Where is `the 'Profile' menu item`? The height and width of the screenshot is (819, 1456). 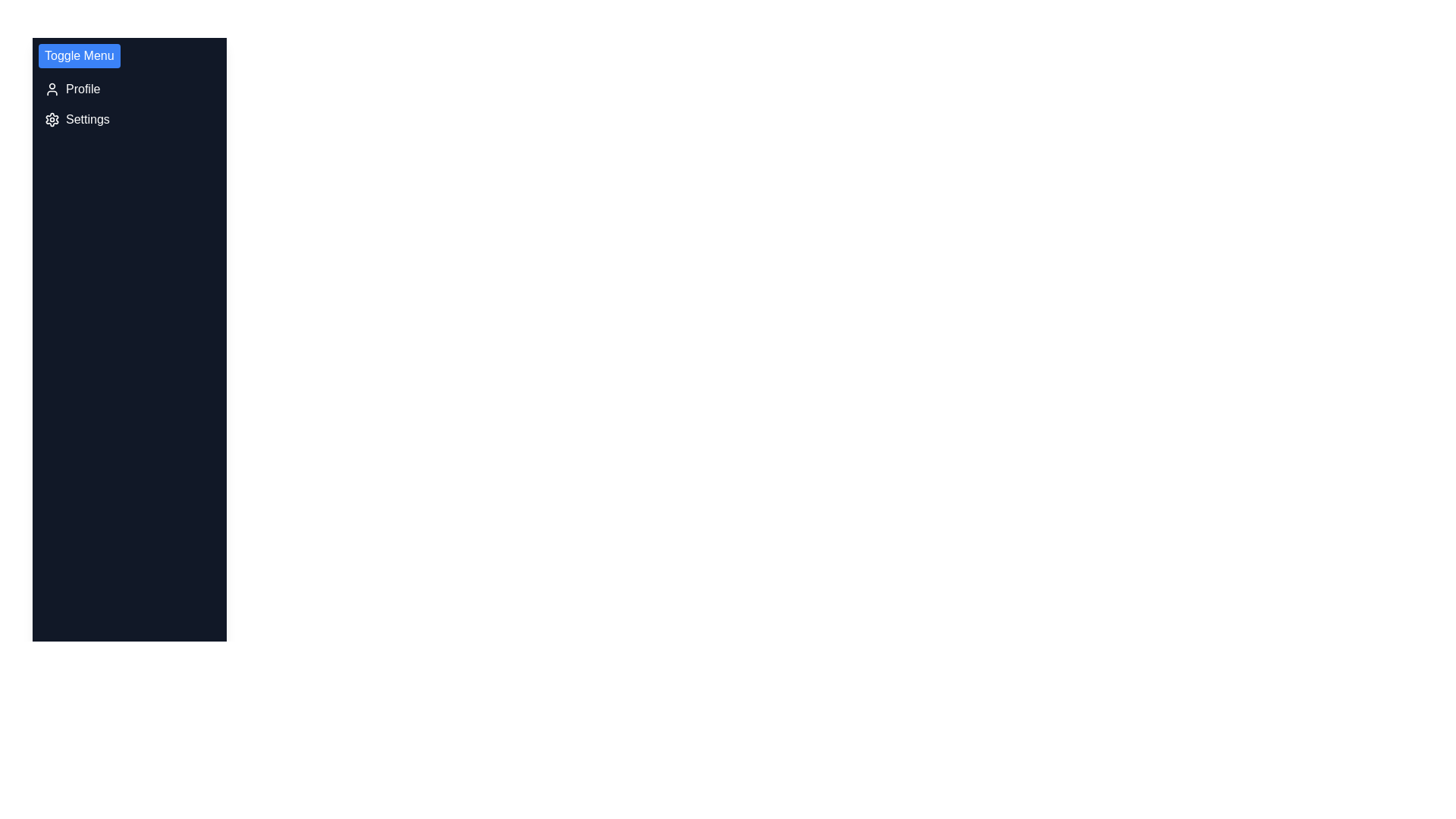 the 'Profile' menu item is located at coordinates (130, 89).